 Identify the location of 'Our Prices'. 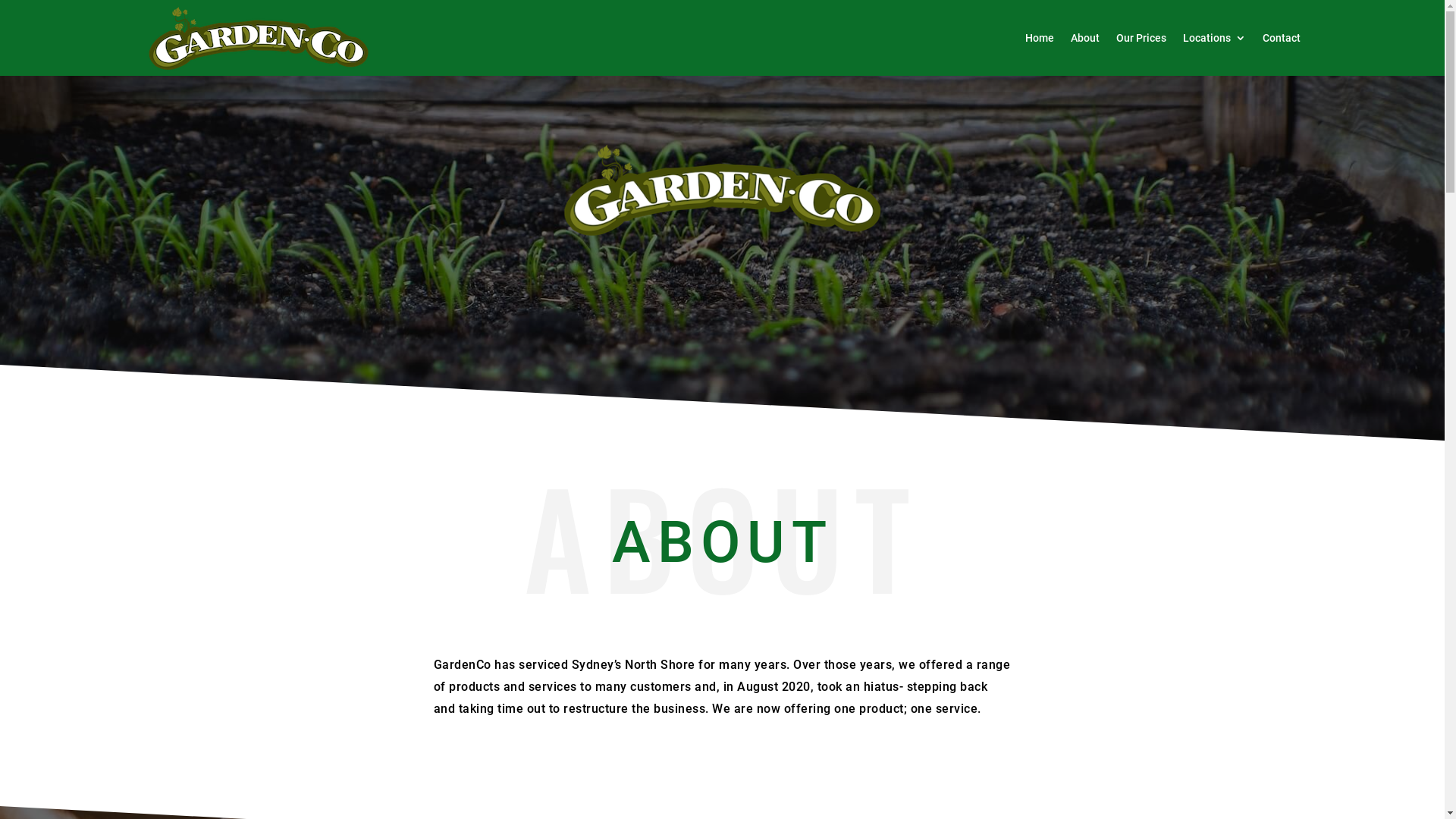
(1116, 37).